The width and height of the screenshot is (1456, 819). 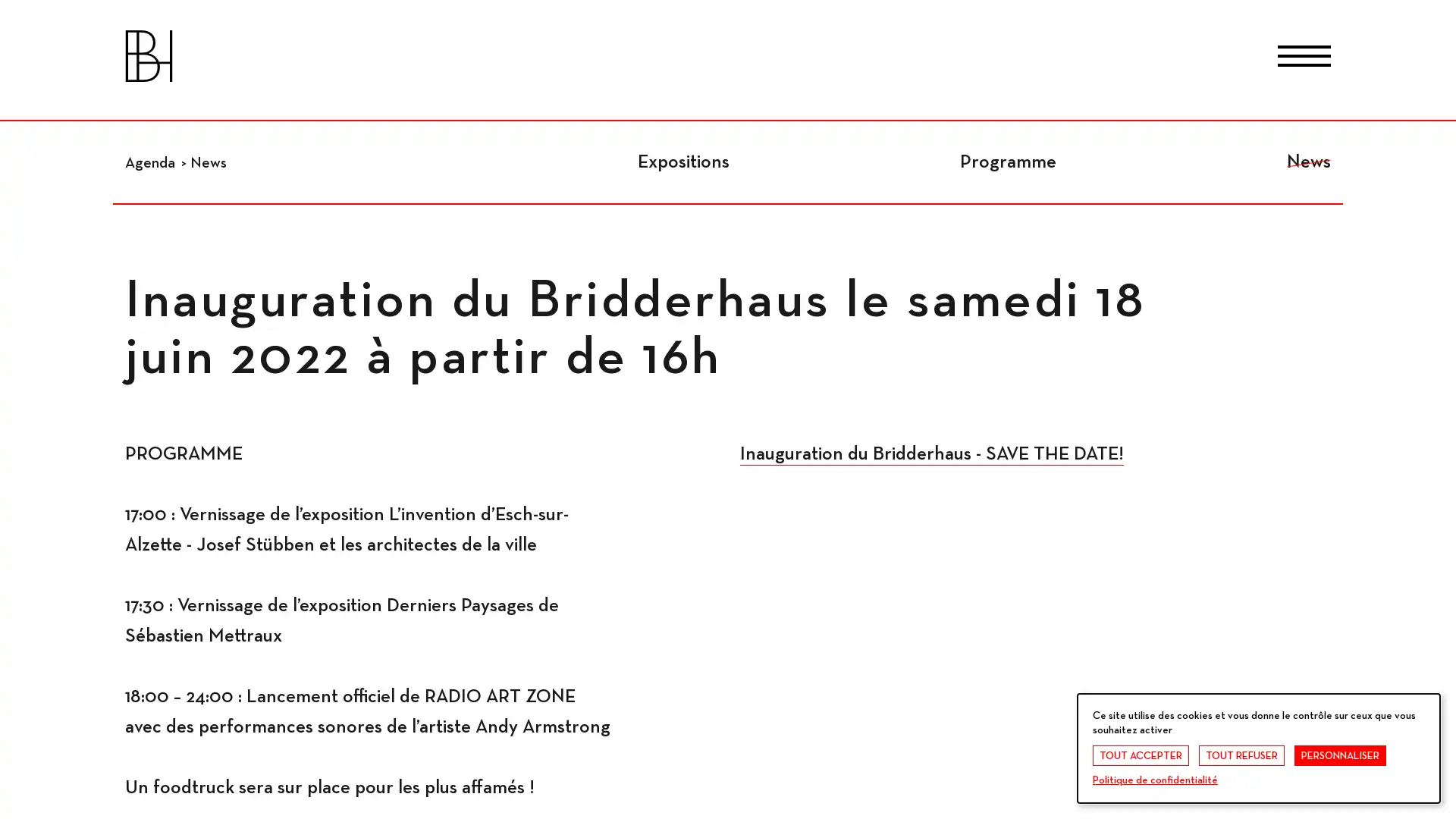 What do you see at coordinates (1241, 755) in the screenshot?
I see `TOUT REFUSER` at bounding box center [1241, 755].